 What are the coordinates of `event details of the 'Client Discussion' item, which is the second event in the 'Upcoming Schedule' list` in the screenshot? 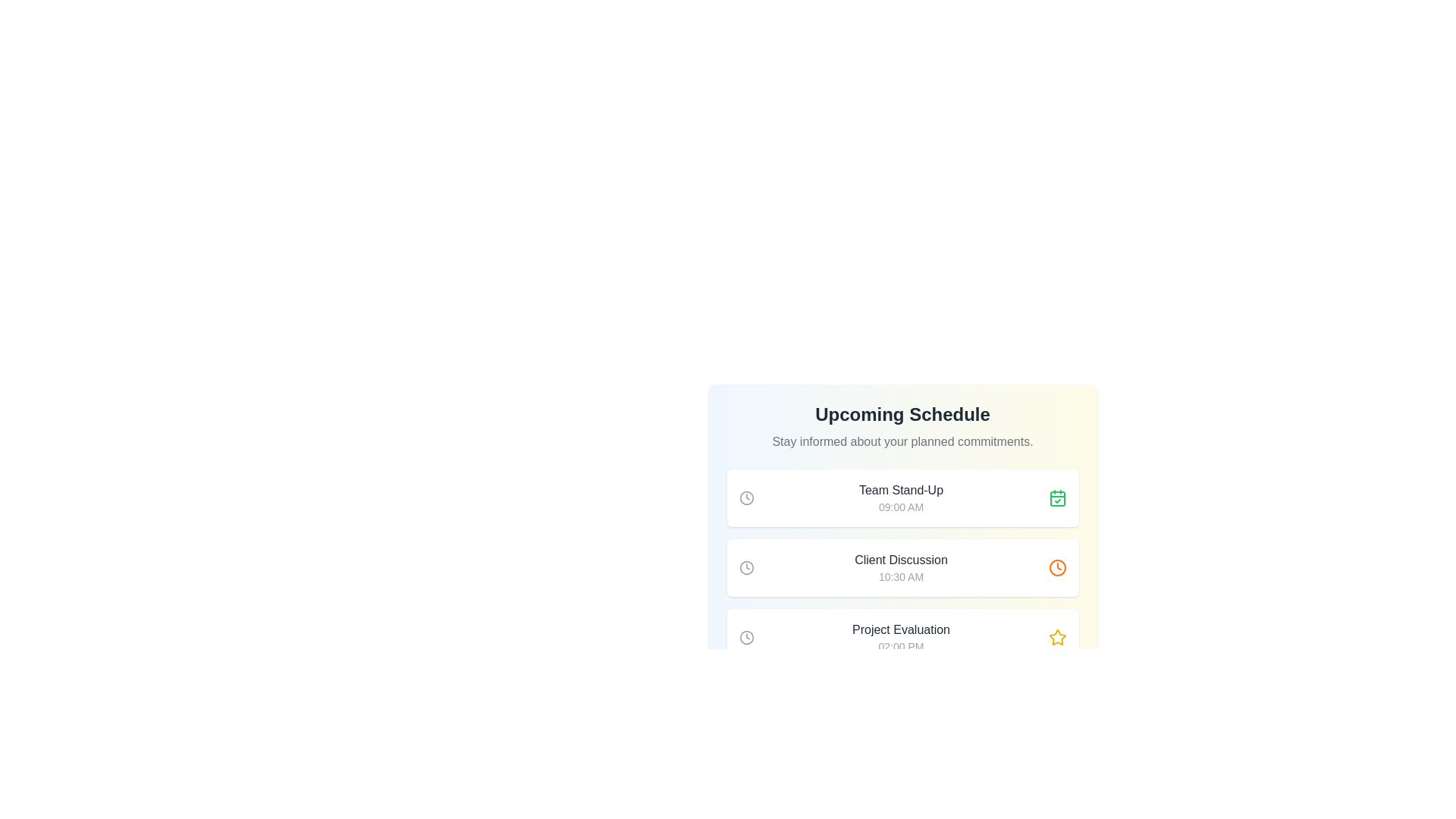 It's located at (902, 567).